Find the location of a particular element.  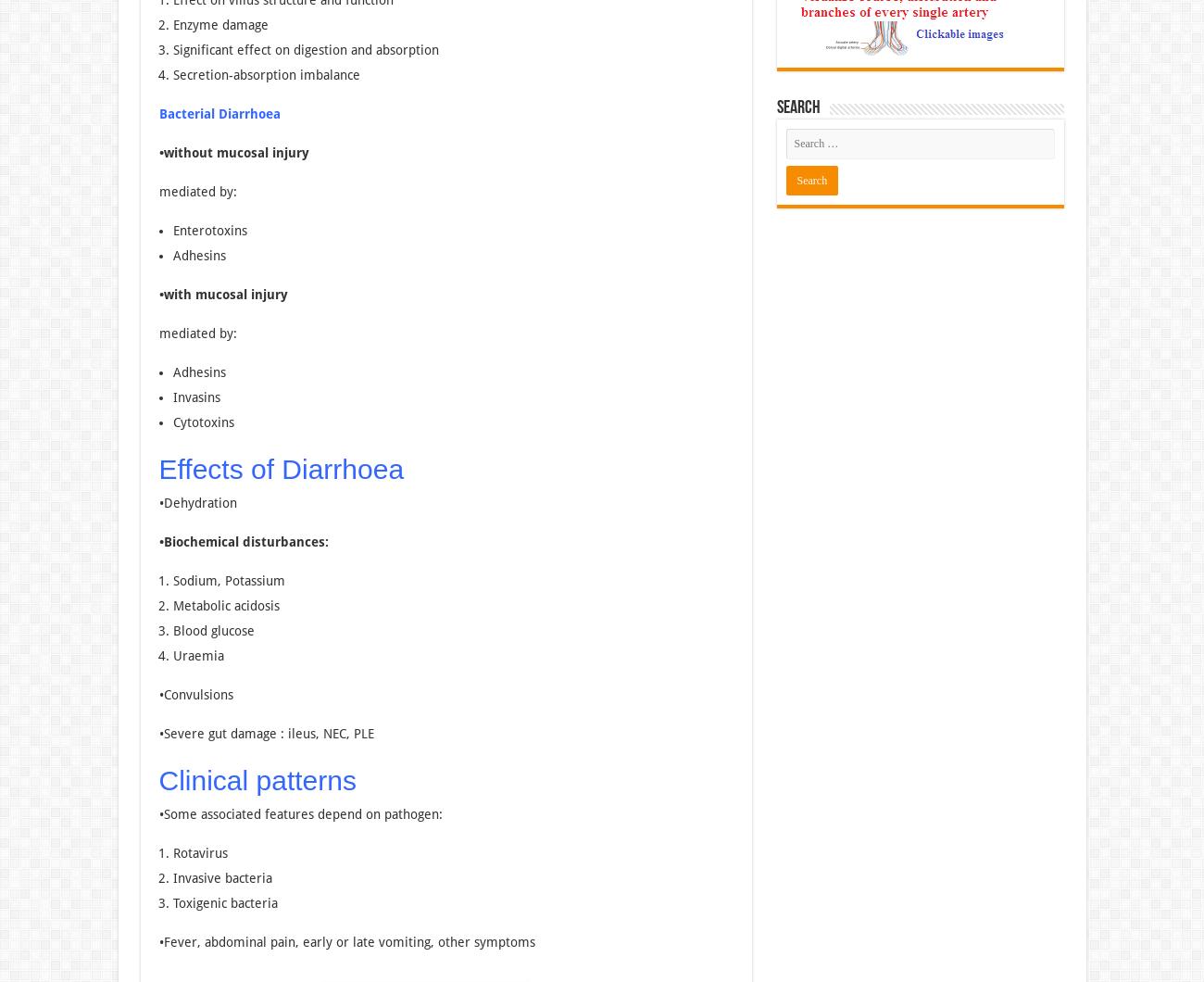

'Rotavirus' is located at coordinates (199, 853).